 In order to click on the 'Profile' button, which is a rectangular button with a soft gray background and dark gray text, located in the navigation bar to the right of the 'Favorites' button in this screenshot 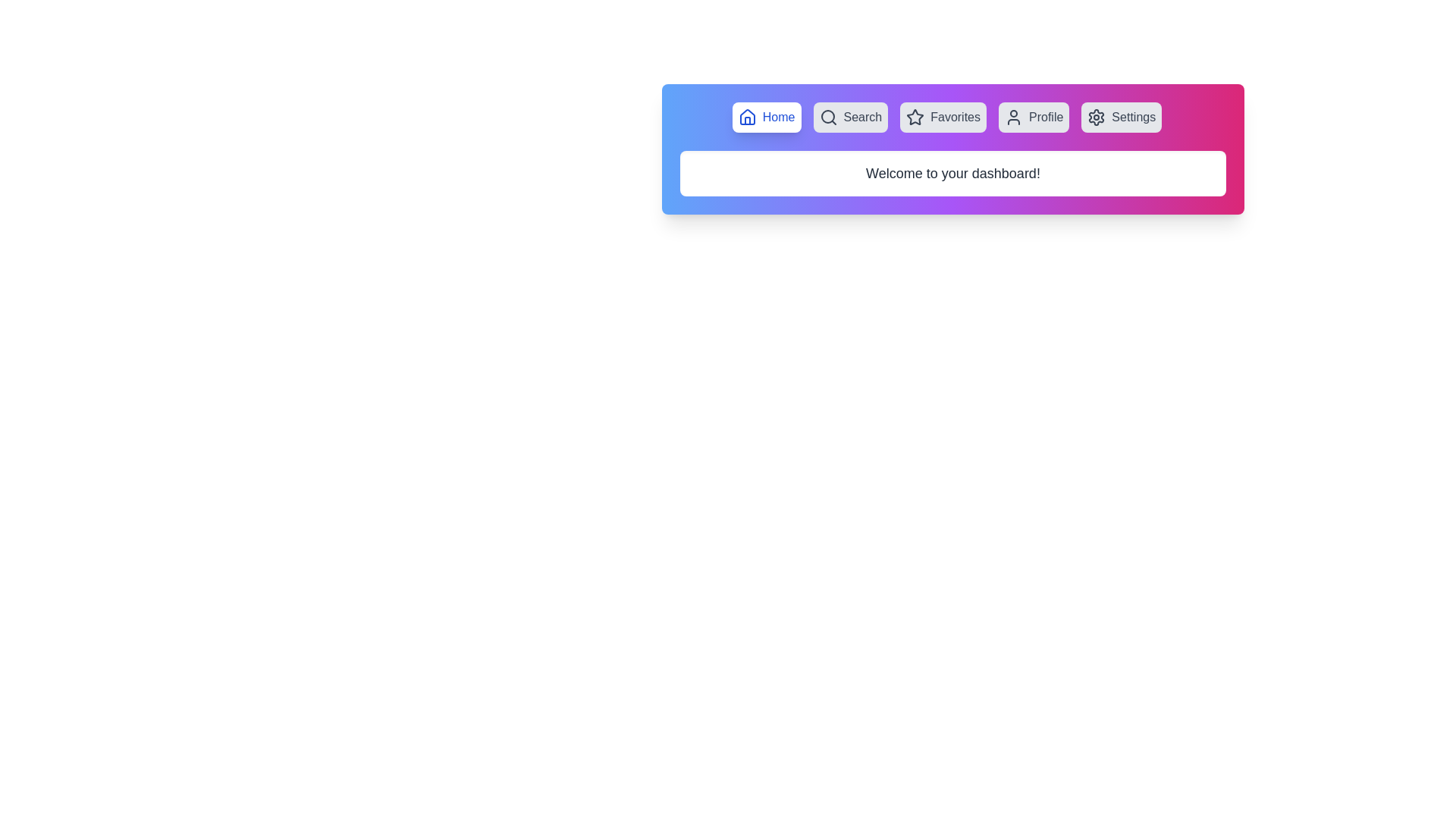, I will do `click(1033, 116)`.